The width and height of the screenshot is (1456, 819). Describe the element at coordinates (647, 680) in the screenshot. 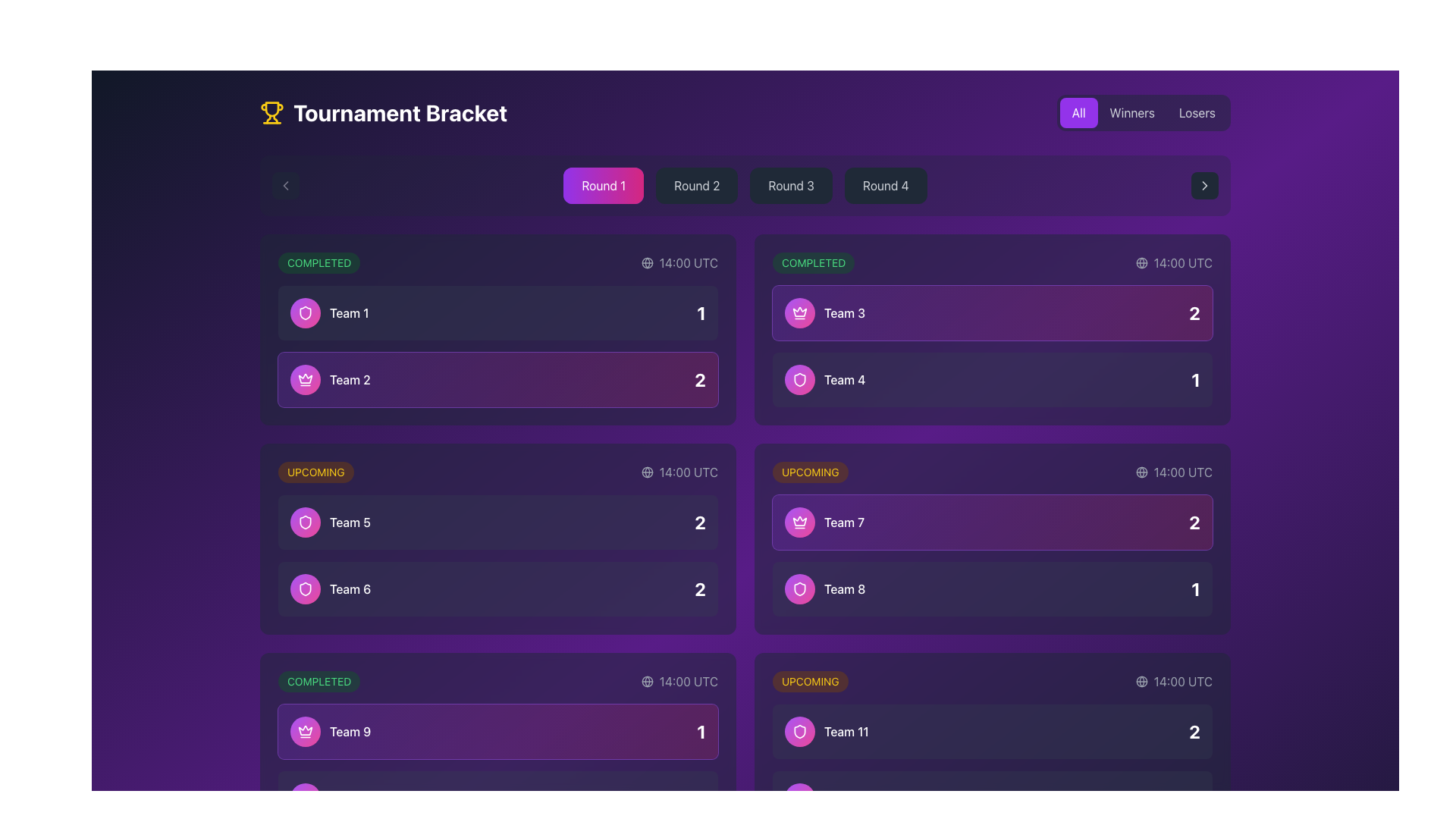

I see `the globe icon that precedes the '14:00 UTC' text, which is a light gray circular figure with intersecting lines representing a world map` at that location.